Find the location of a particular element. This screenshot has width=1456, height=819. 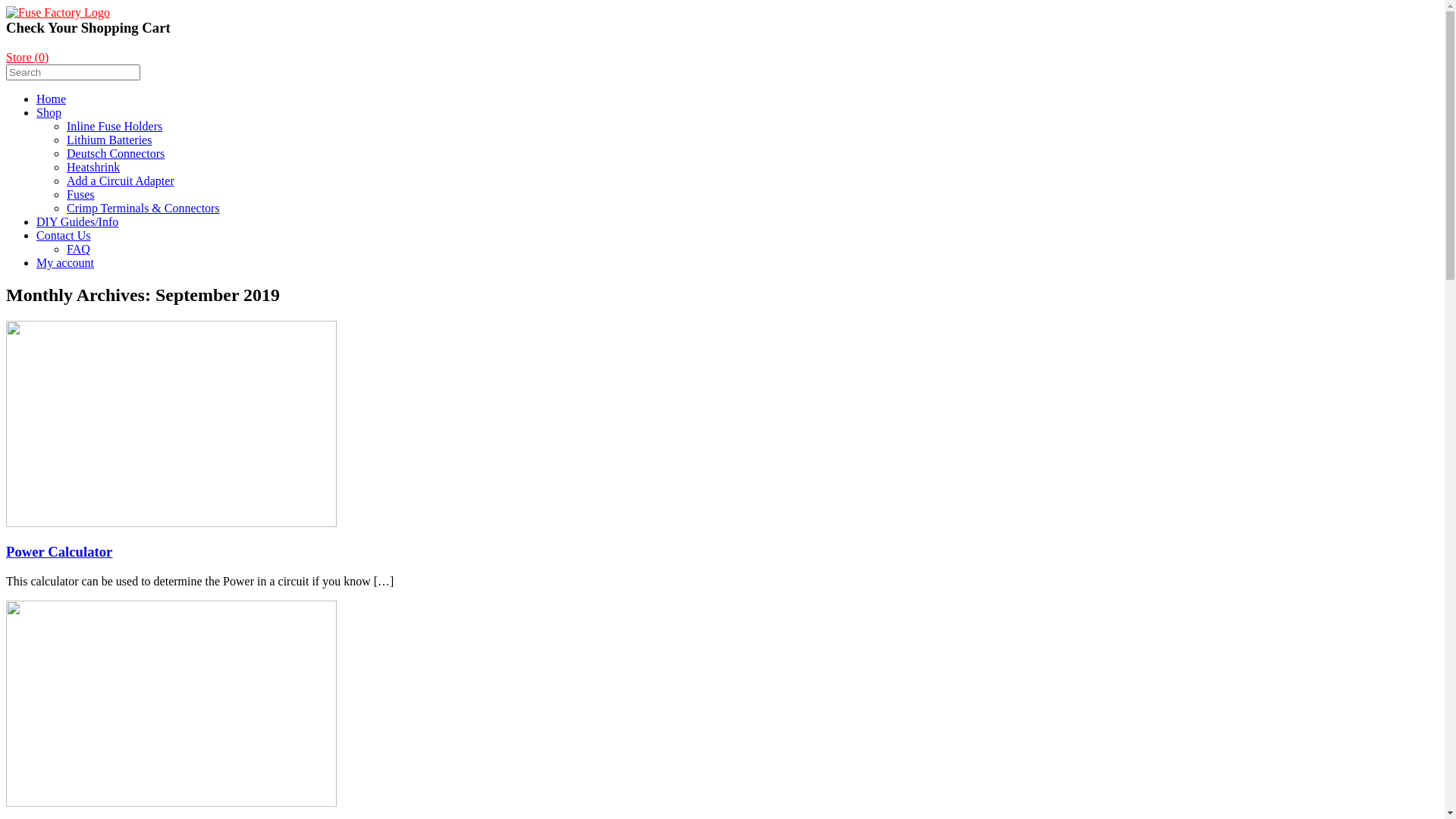

'Contact Us' is located at coordinates (62, 235).